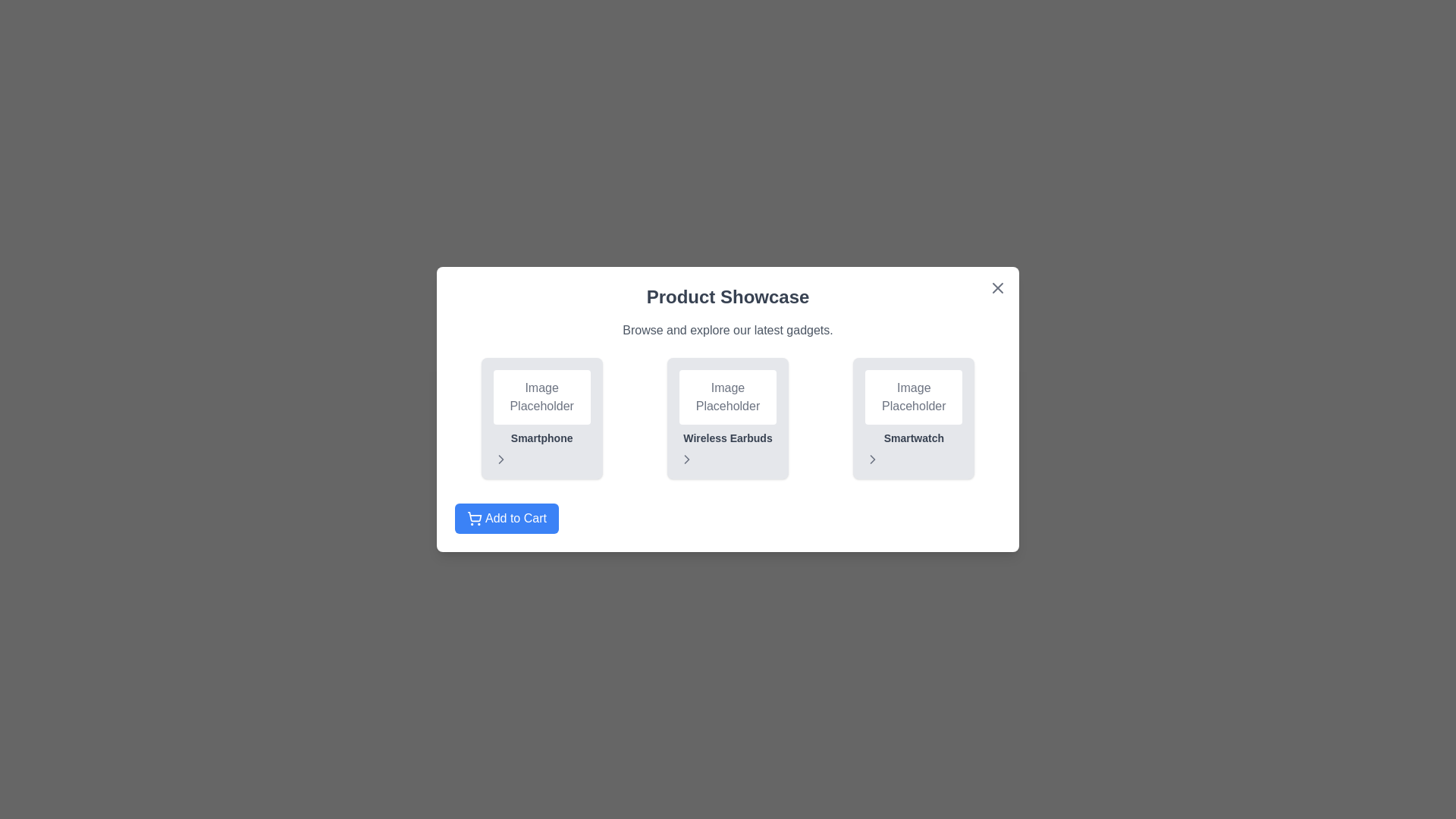 The image size is (1456, 819). Describe the element at coordinates (473, 517) in the screenshot. I see `the small shopping cart icon located within the 'Add to Cart' button, positioned to the left of the text label 'Add to Cart.'` at that location.